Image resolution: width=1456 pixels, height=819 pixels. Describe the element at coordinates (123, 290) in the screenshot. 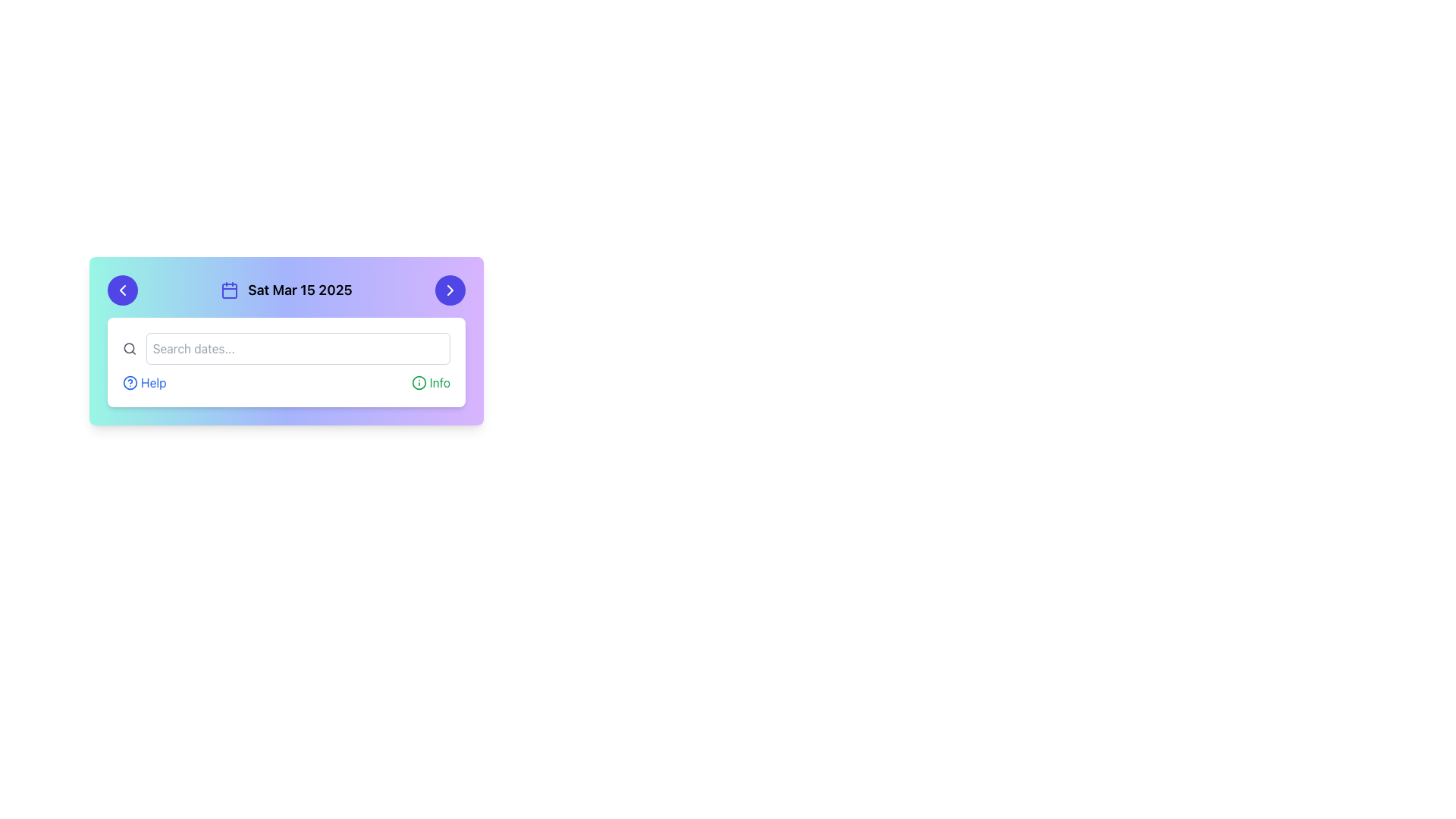

I see `the leftward-pointing chevron icon located in the top-left corner of the primary interface card` at that location.